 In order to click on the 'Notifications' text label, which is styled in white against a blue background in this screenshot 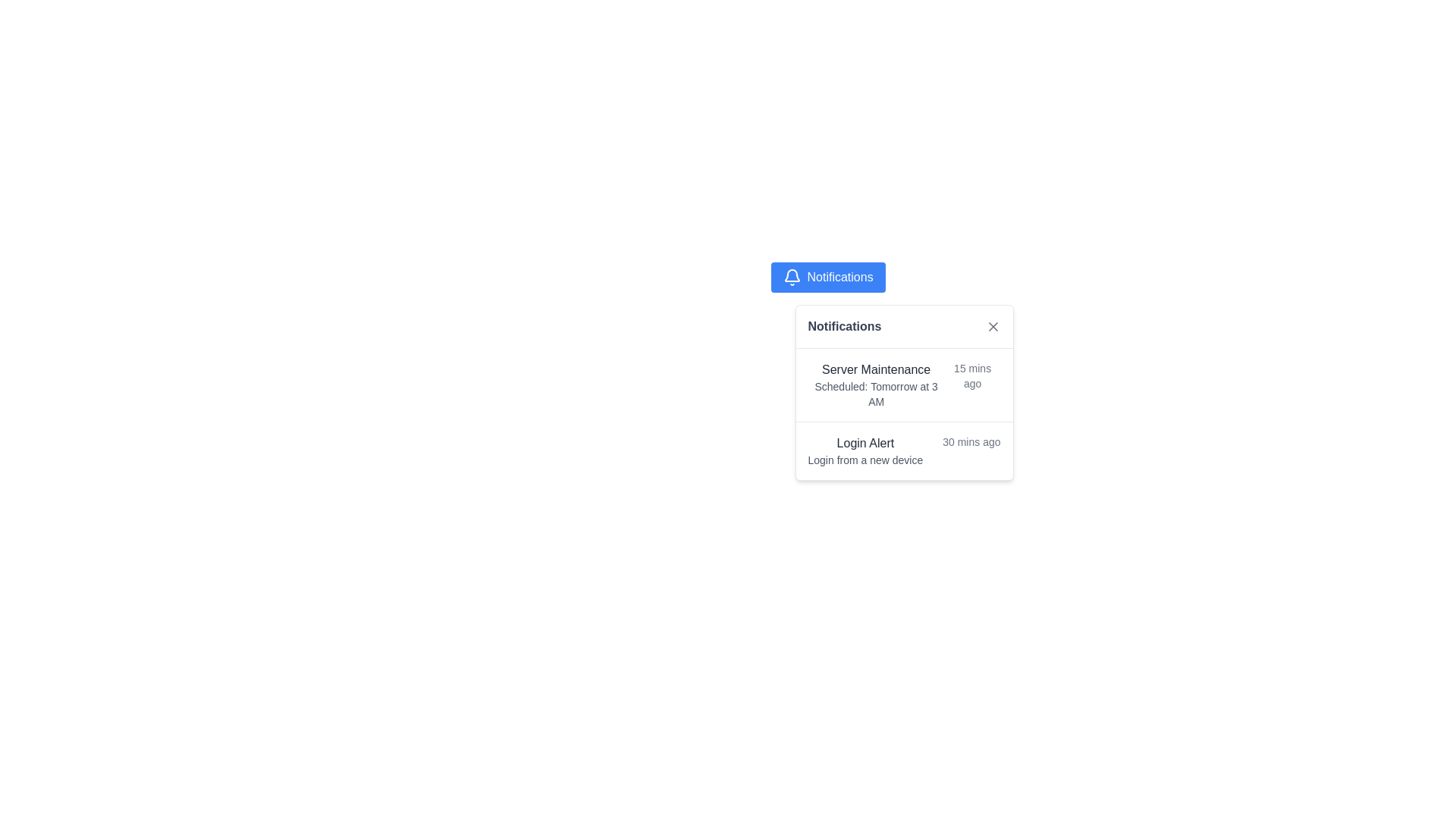, I will do `click(839, 278)`.